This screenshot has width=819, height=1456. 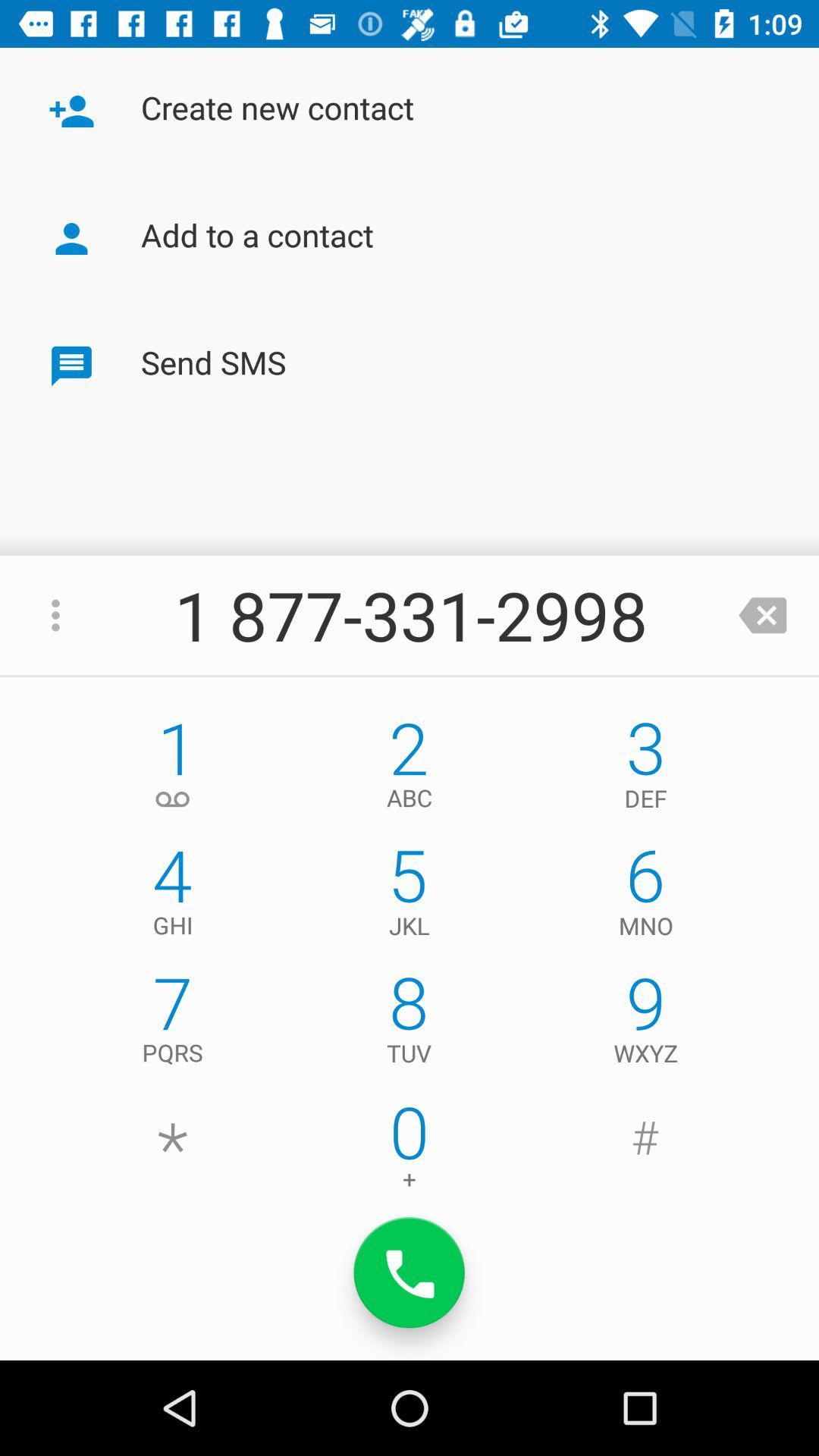 What do you see at coordinates (409, 1272) in the screenshot?
I see `the call icon` at bounding box center [409, 1272].